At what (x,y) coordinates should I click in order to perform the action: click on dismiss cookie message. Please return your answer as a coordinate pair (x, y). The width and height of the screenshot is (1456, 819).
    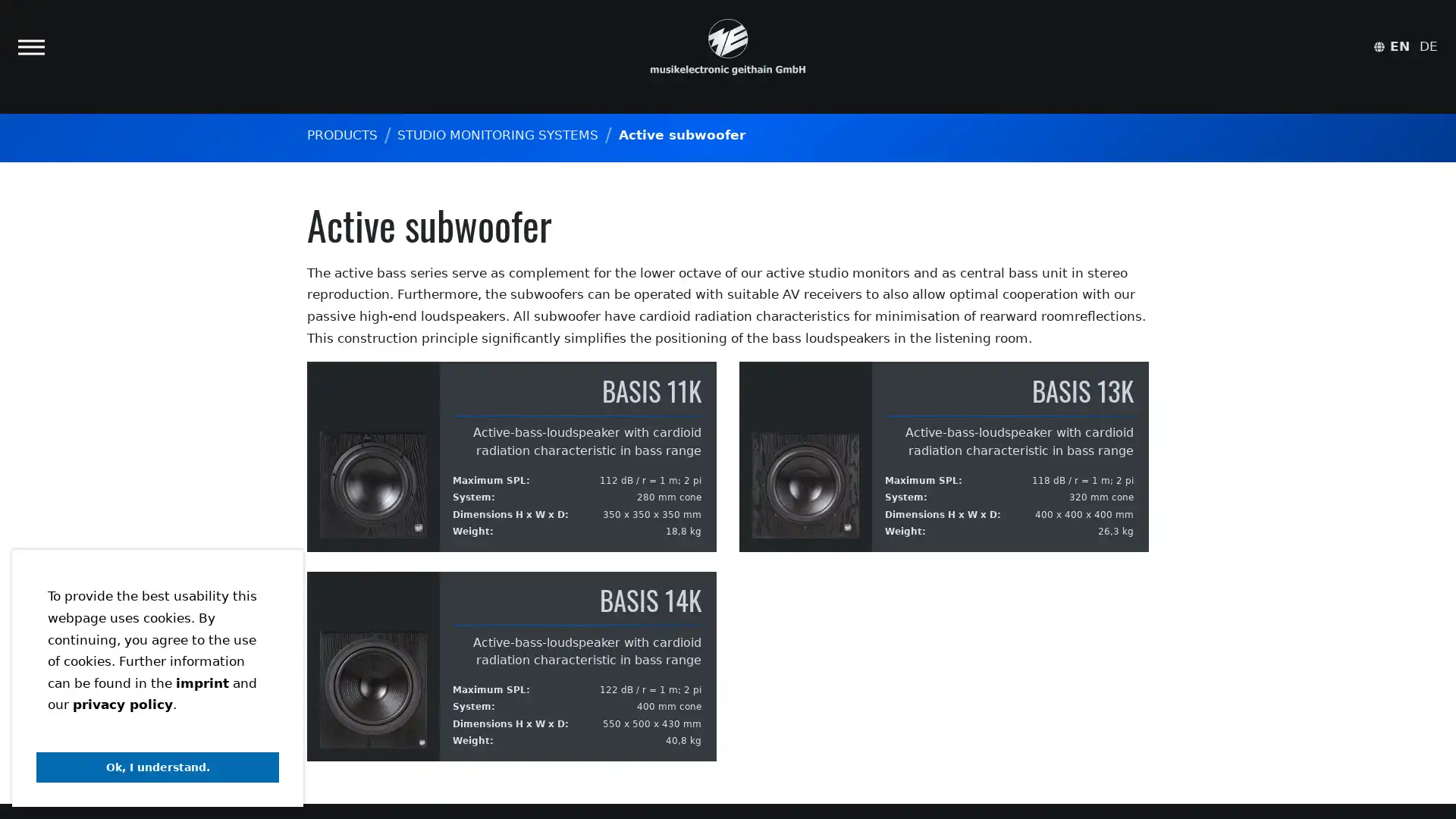
    Looking at the image, I should click on (157, 767).